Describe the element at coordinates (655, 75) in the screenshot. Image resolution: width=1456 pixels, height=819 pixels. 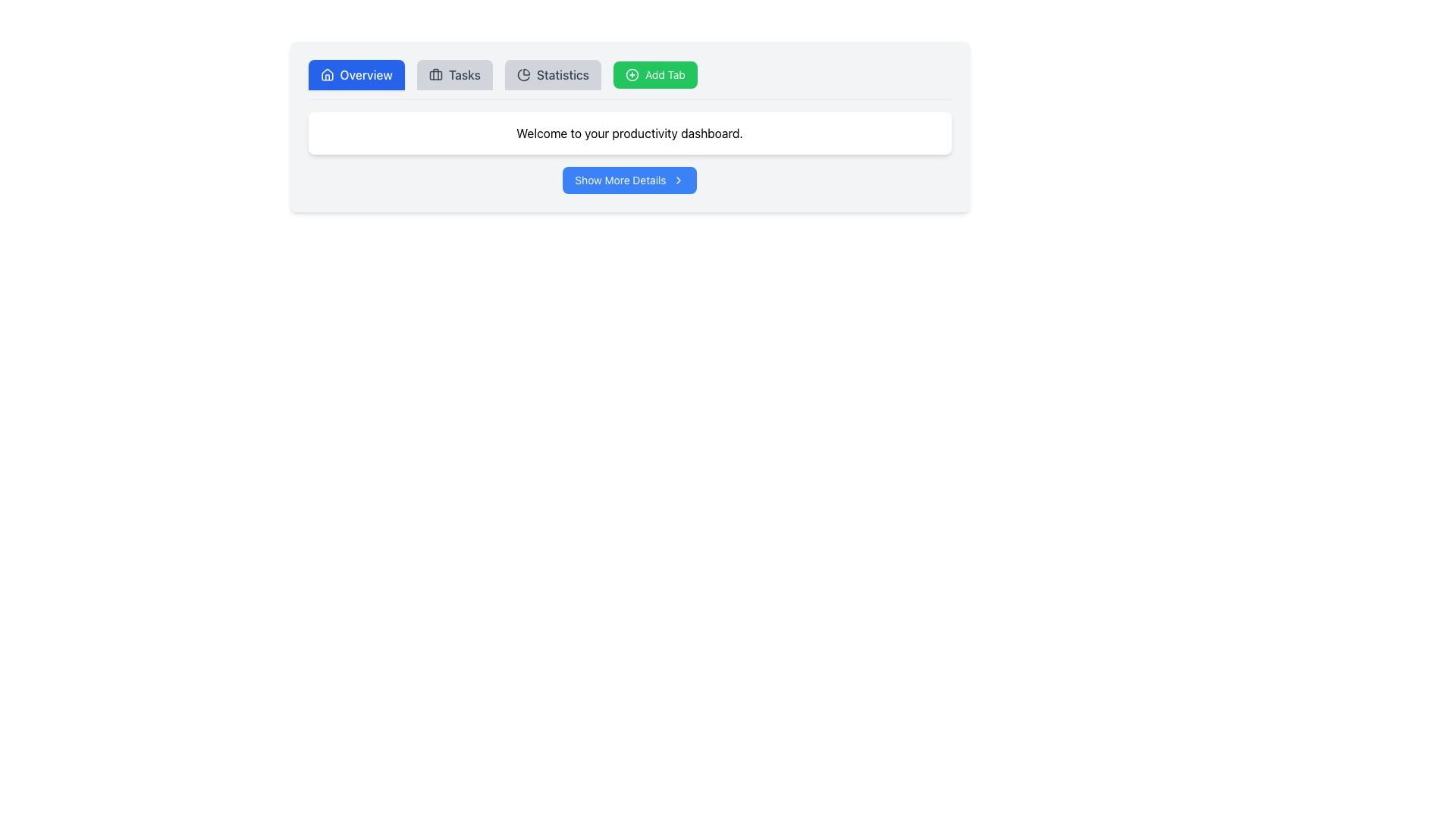
I see `the 'Add New Tab' button` at that location.